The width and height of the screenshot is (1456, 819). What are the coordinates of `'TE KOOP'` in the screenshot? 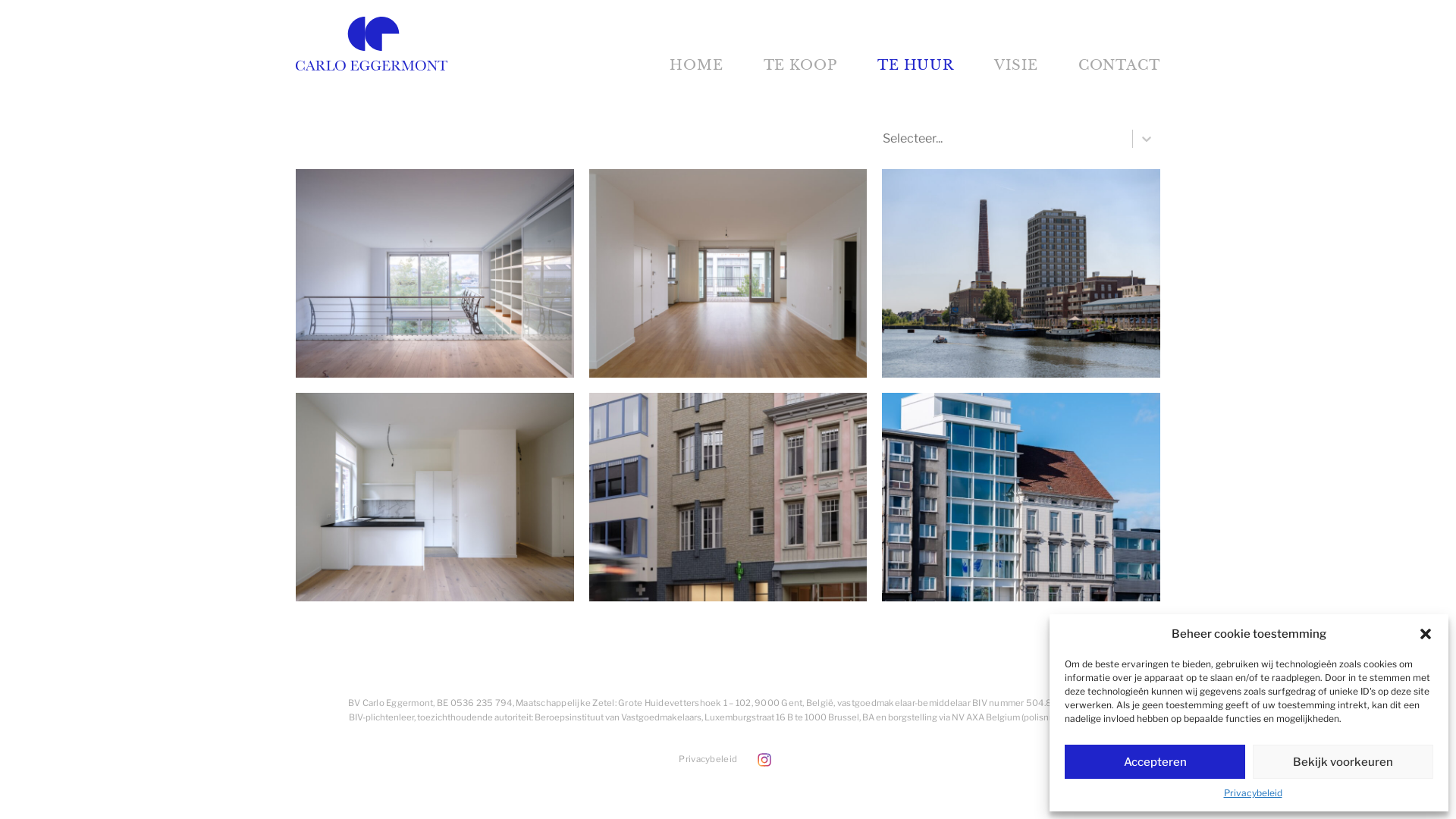 It's located at (799, 64).